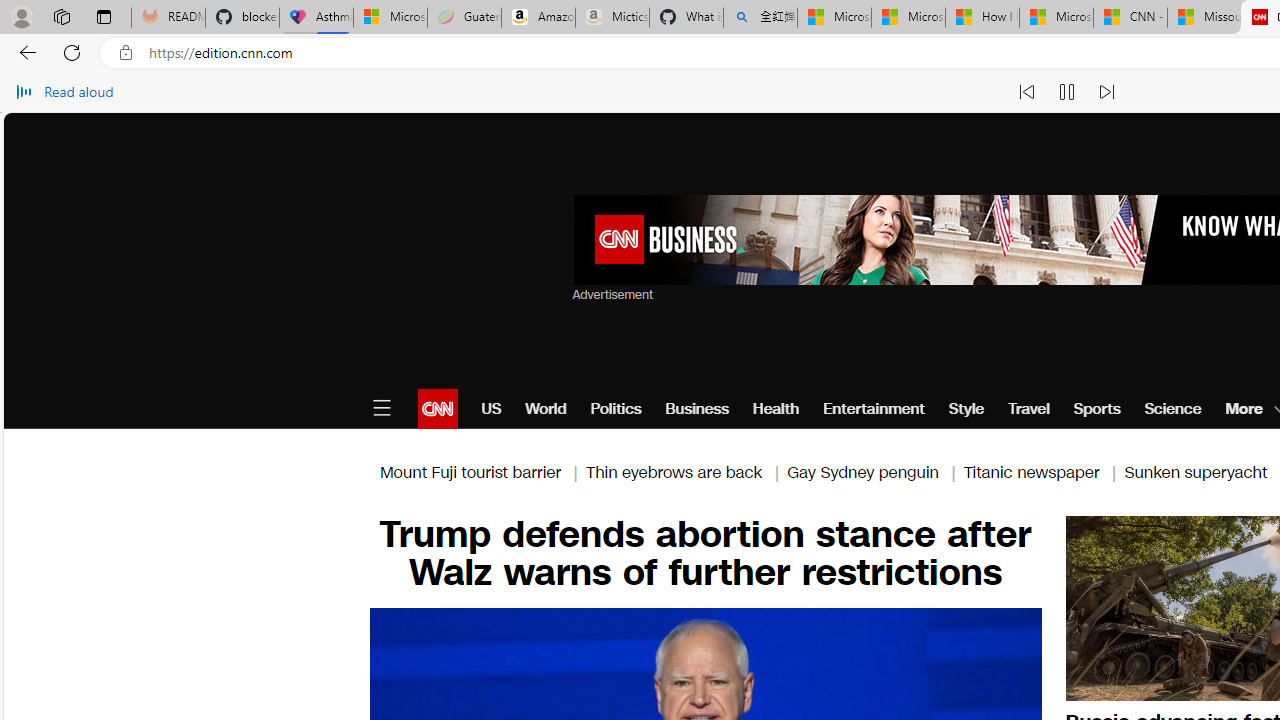 This screenshot has height=720, width=1280. Describe the element at coordinates (1026, 92) in the screenshot. I see `'Read previous paragraph'` at that location.